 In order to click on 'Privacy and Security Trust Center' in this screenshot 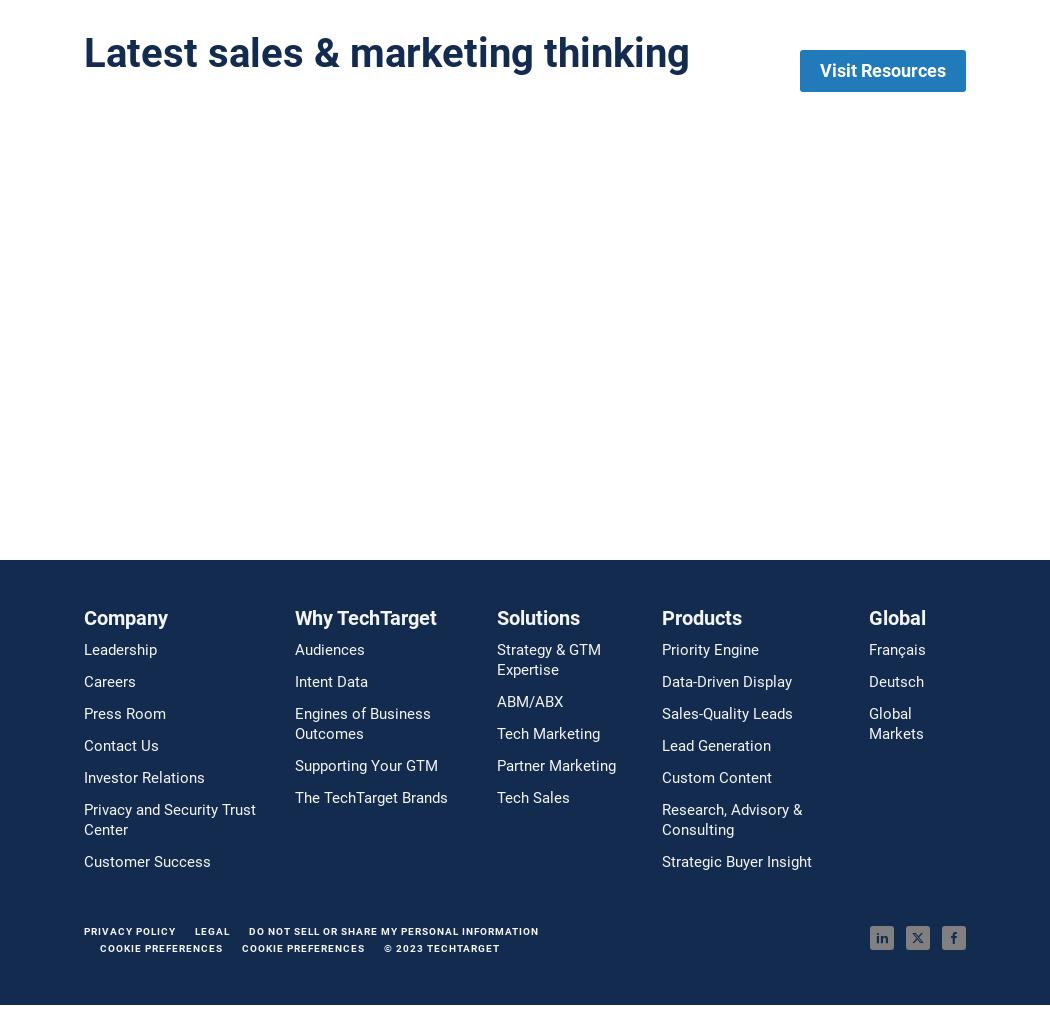, I will do `click(169, 819)`.